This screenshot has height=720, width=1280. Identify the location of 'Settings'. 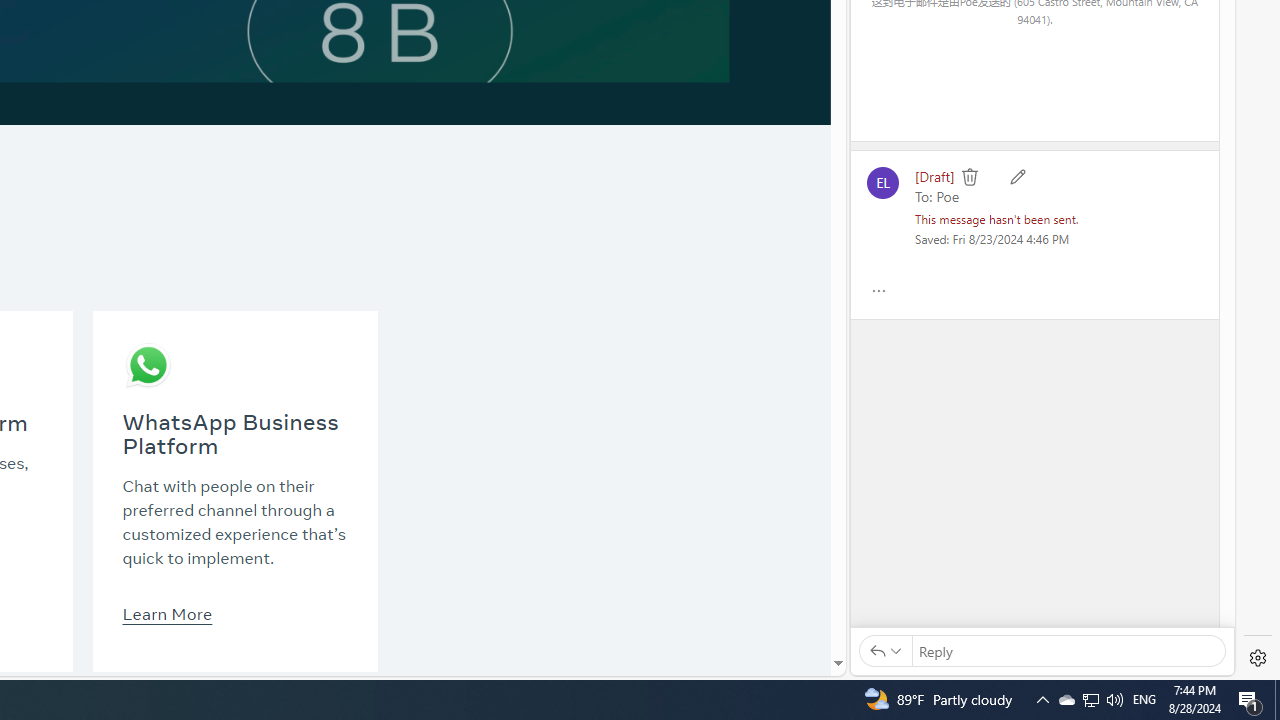
(1257, 658).